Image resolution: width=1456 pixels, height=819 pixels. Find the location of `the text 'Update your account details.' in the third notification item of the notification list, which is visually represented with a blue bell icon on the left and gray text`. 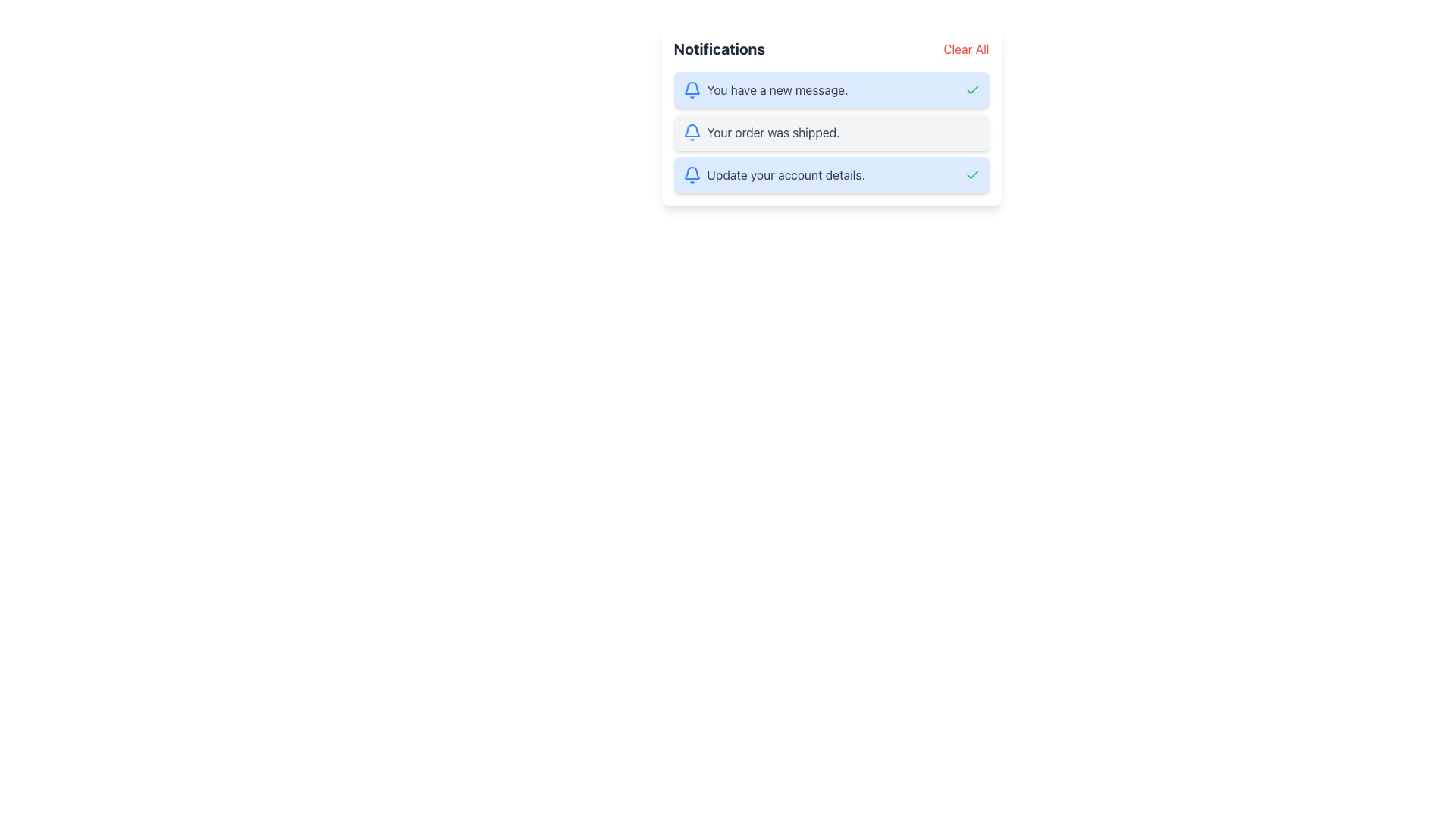

the text 'Update your account details.' in the third notification item of the notification list, which is visually represented with a blue bell icon on the left and gray text is located at coordinates (773, 174).